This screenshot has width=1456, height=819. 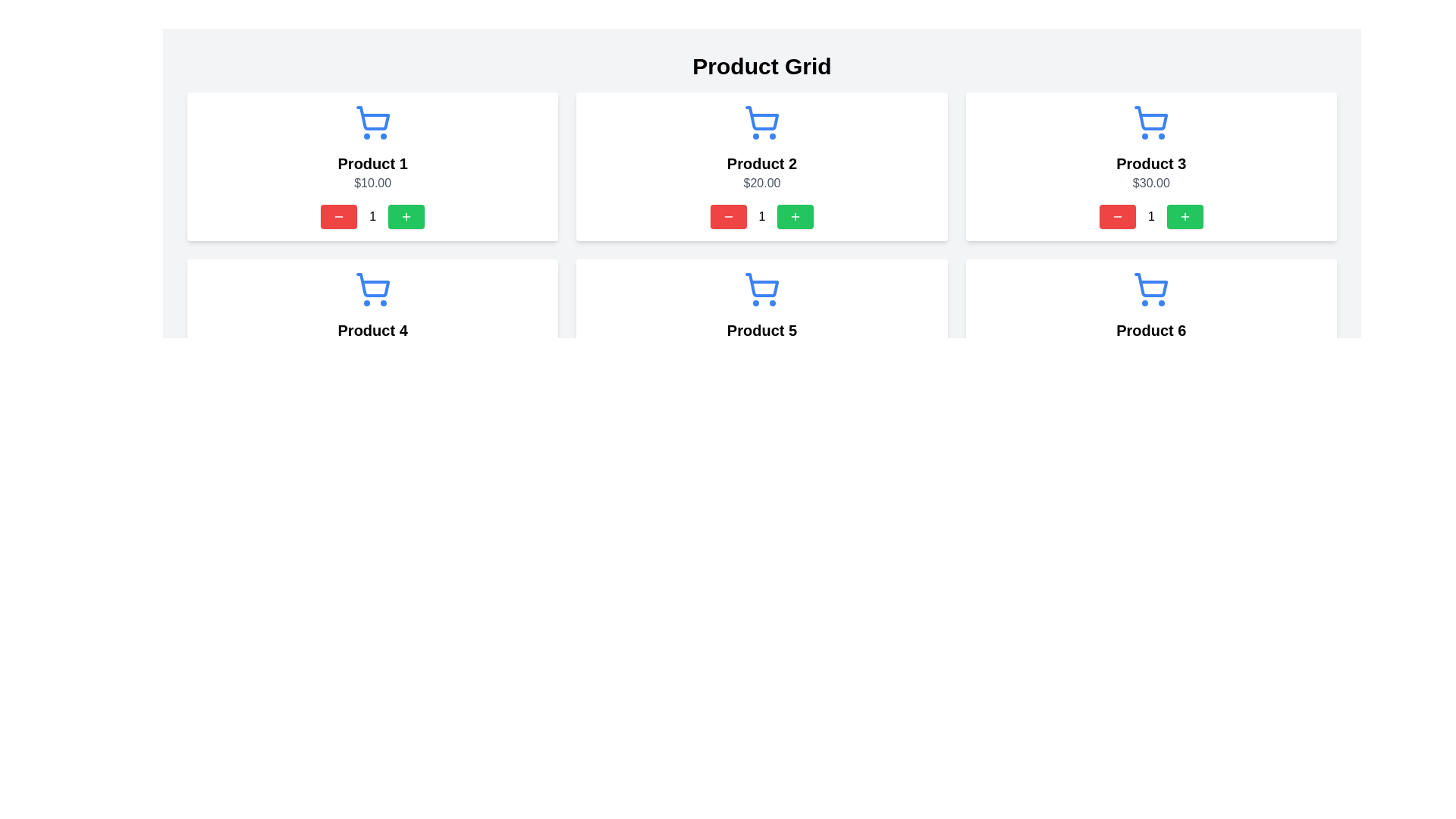 What do you see at coordinates (1151, 216) in the screenshot?
I see `the text display showing the current quantity for 'Product 3', which is located in the middle row of the 'Product 3' card, between the decrement (red) and increment (green) buttons` at bounding box center [1151, 216].